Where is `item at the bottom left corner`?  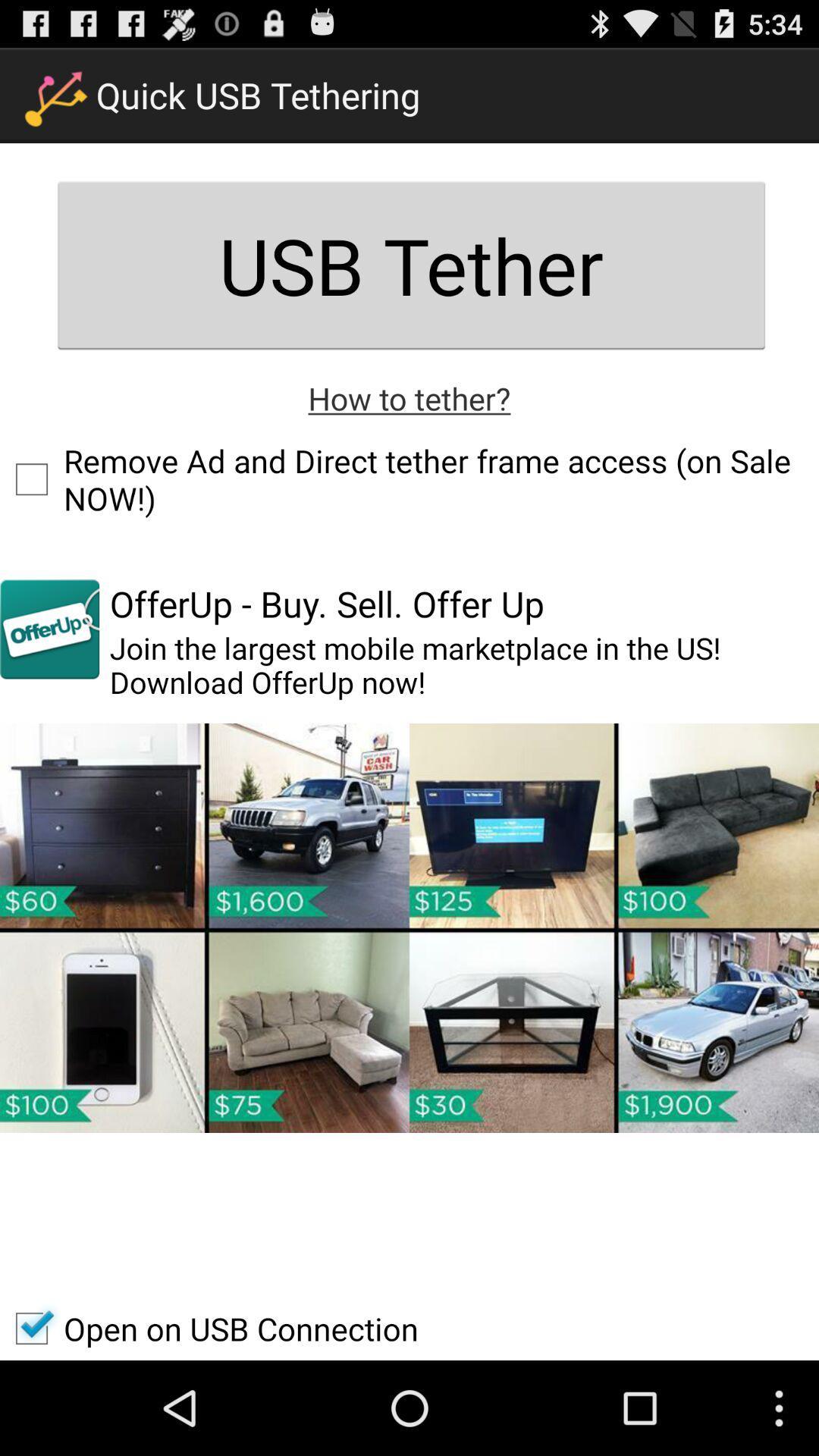 item at the bottom left corner is located at coordinates (209, 1328).